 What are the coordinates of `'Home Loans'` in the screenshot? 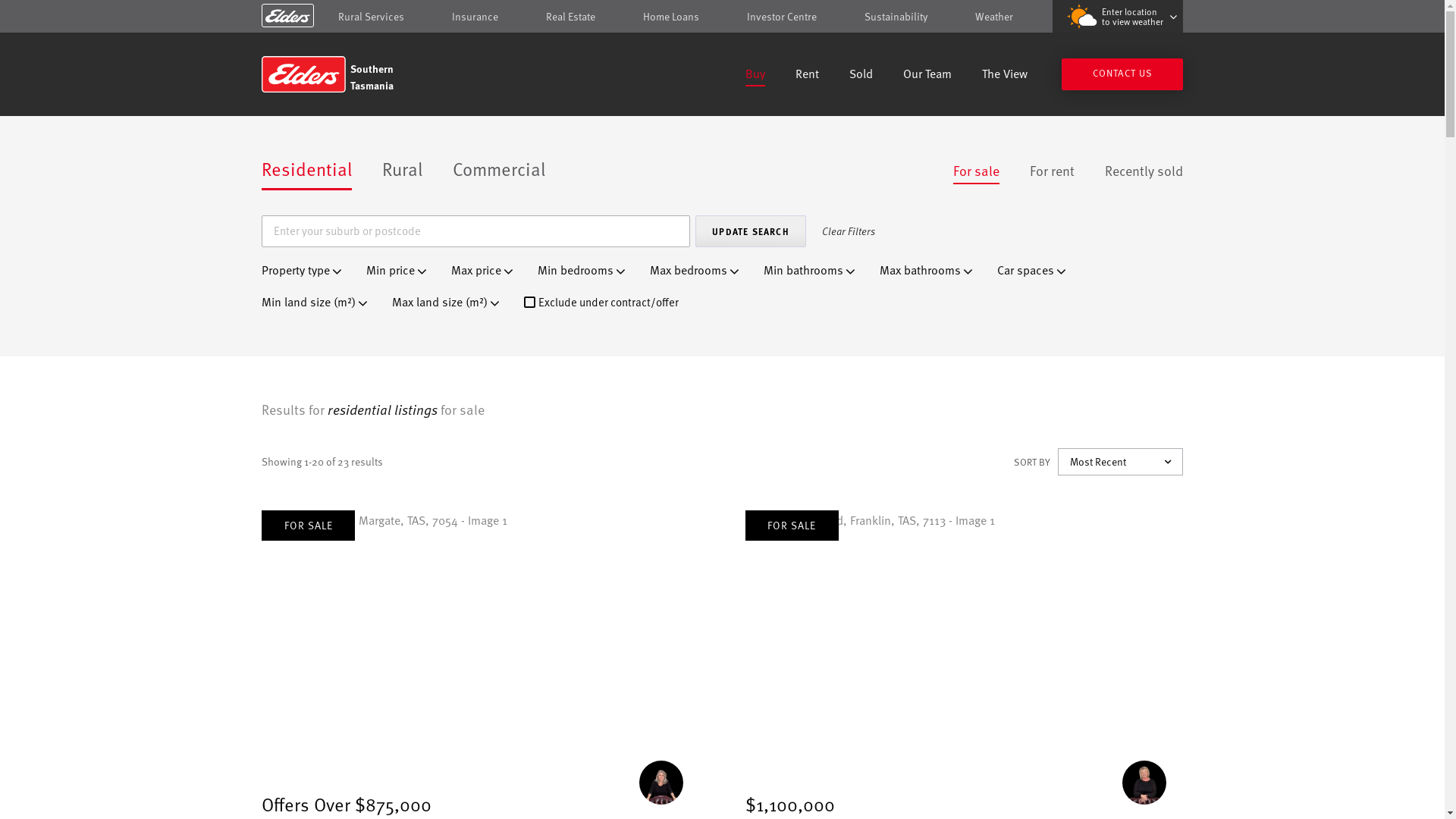 It's located at (670, 16).